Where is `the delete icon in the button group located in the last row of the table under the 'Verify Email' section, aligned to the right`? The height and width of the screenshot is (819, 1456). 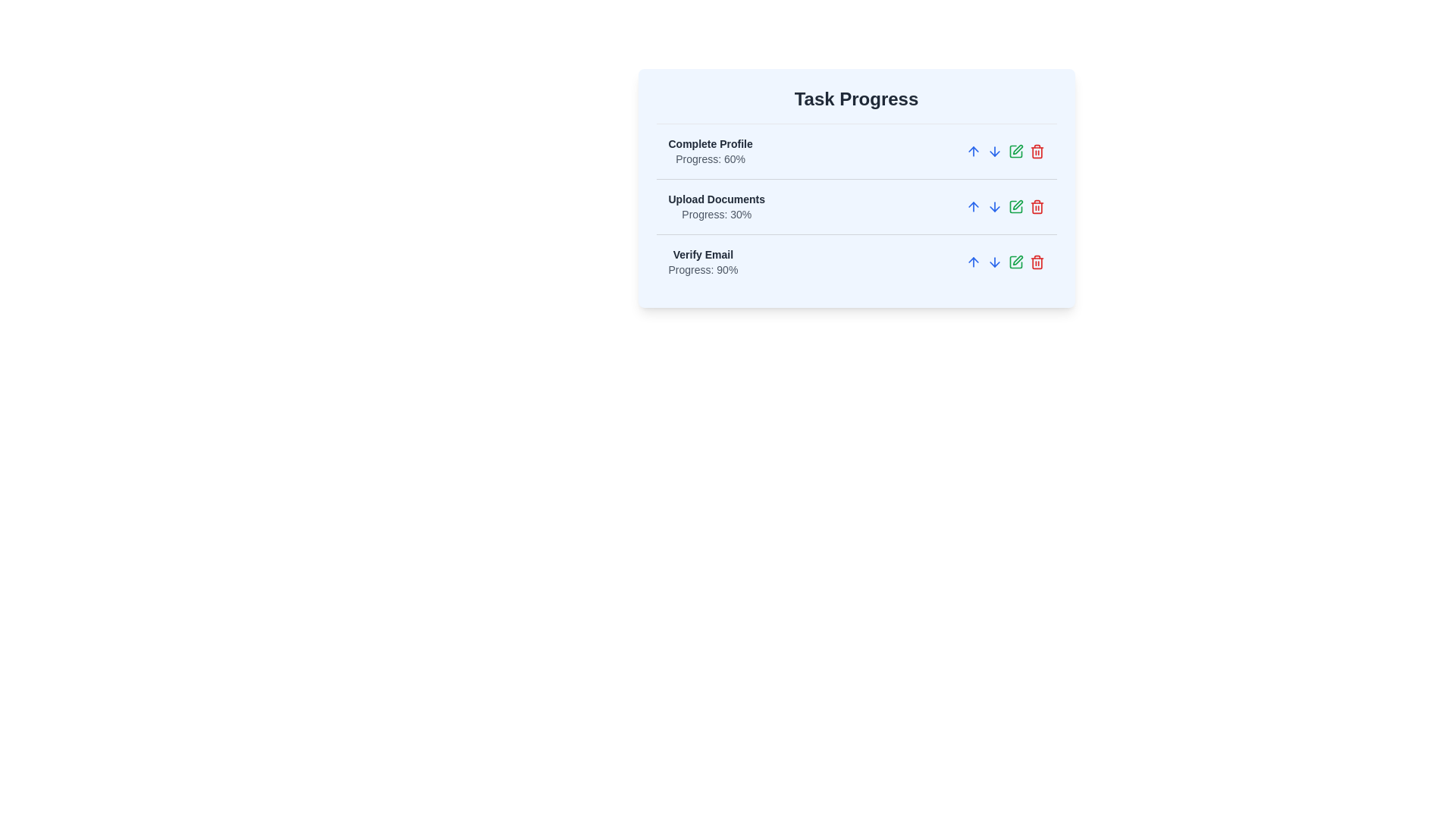 the delete icon in the button group located in the last row of the table under the 'Verify Email' section, aligned to the right is located at coordinates (1005, 262).